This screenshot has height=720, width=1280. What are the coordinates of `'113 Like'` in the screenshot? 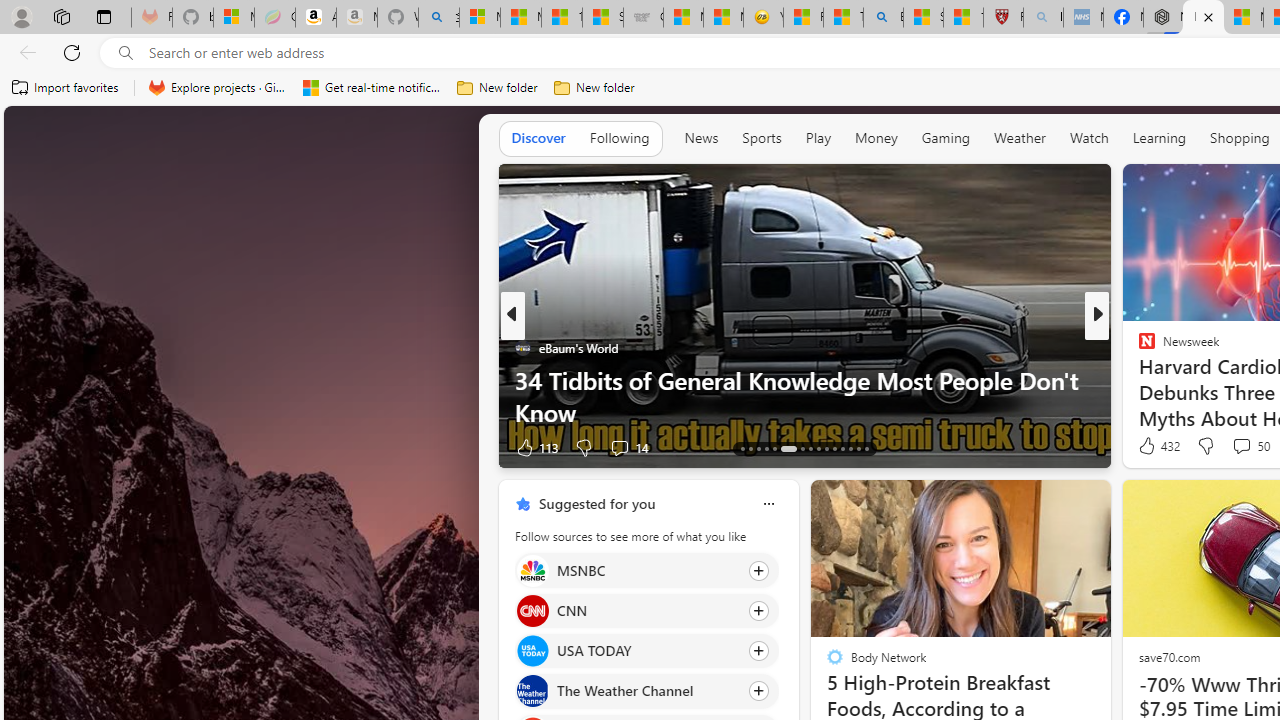 It's located at (535, 446).